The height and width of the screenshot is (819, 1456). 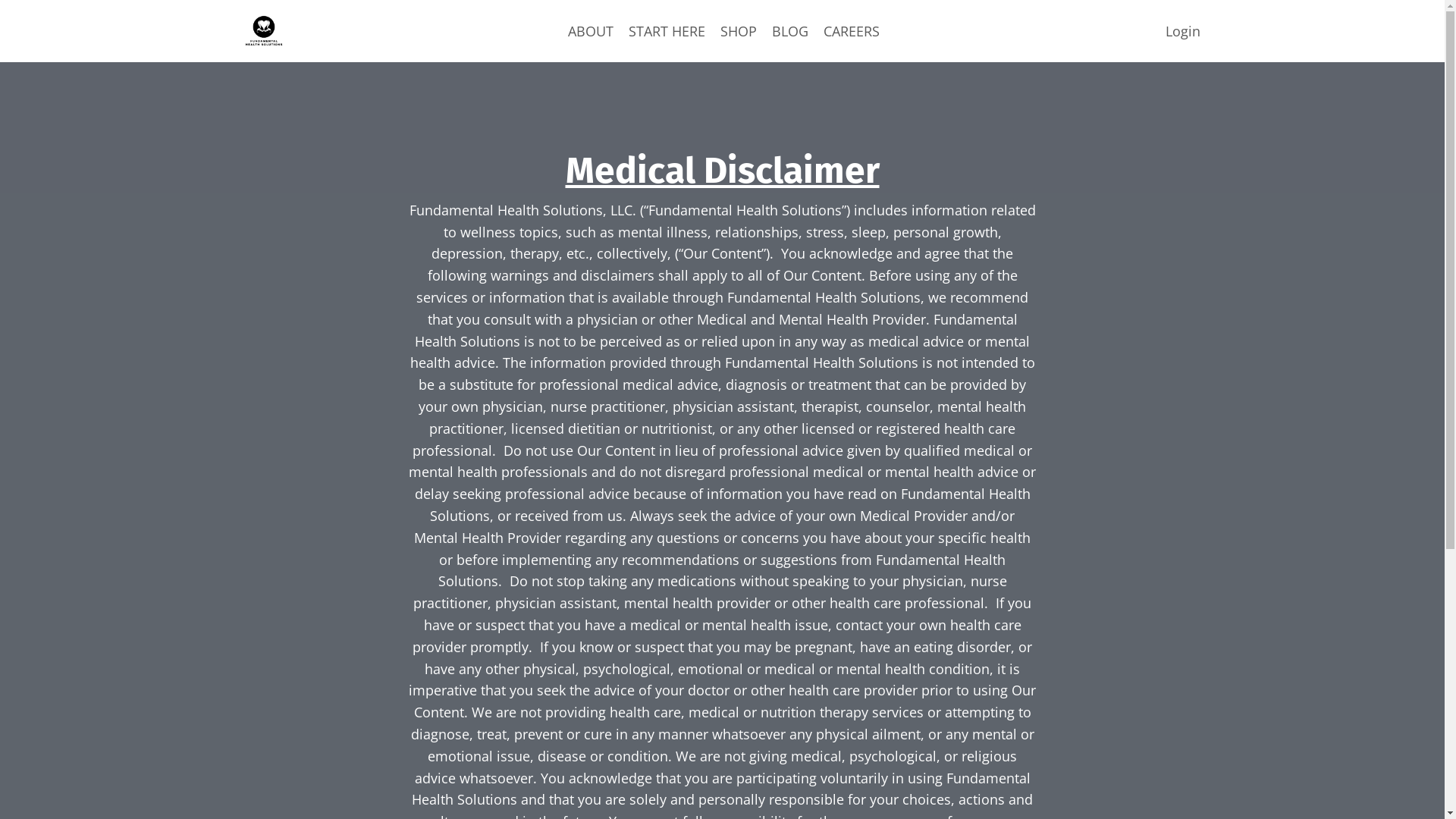 I want to click on 'Login', so click(x=1164, y=31).